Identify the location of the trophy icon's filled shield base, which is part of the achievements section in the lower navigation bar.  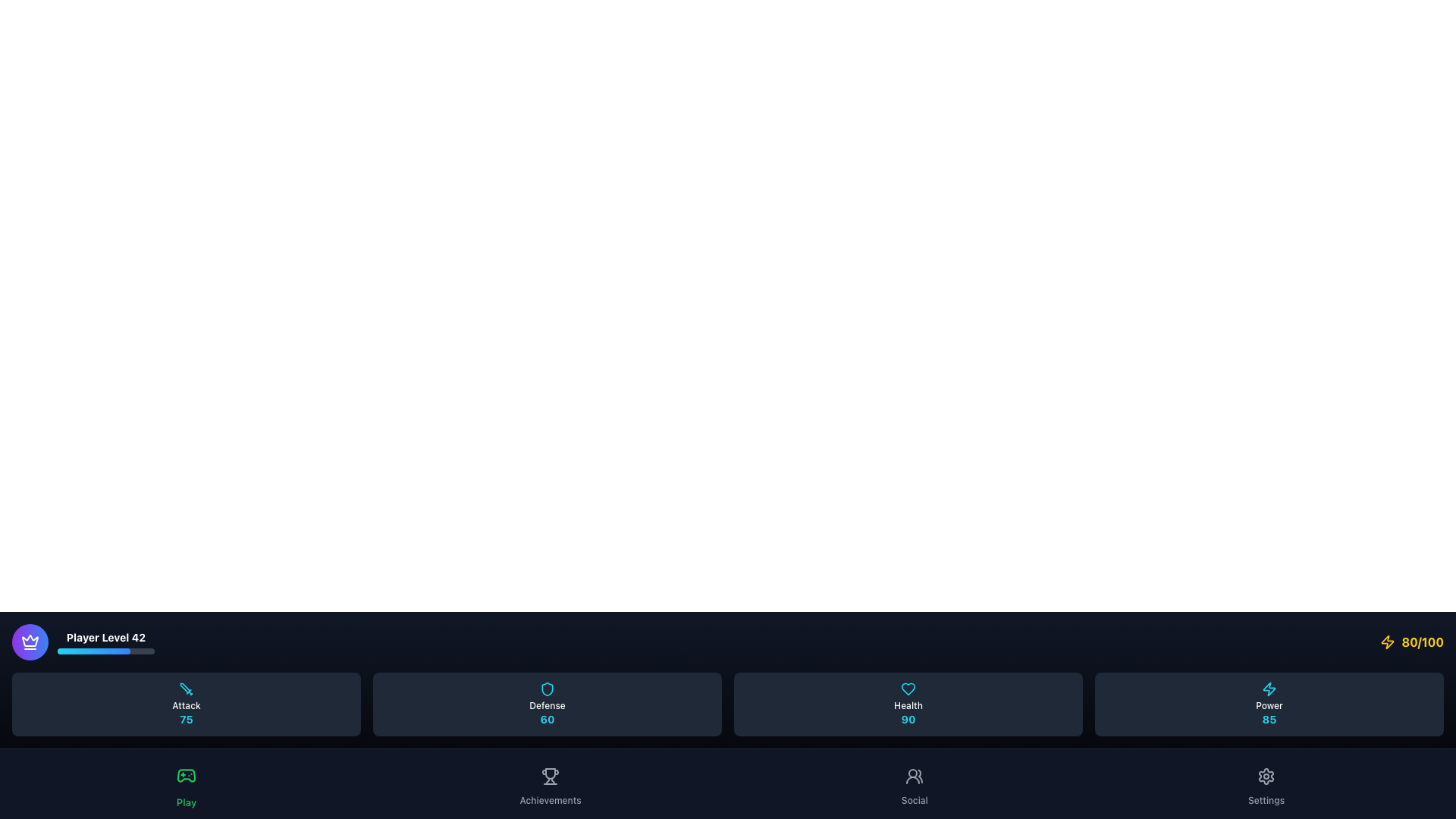
(550, 773).